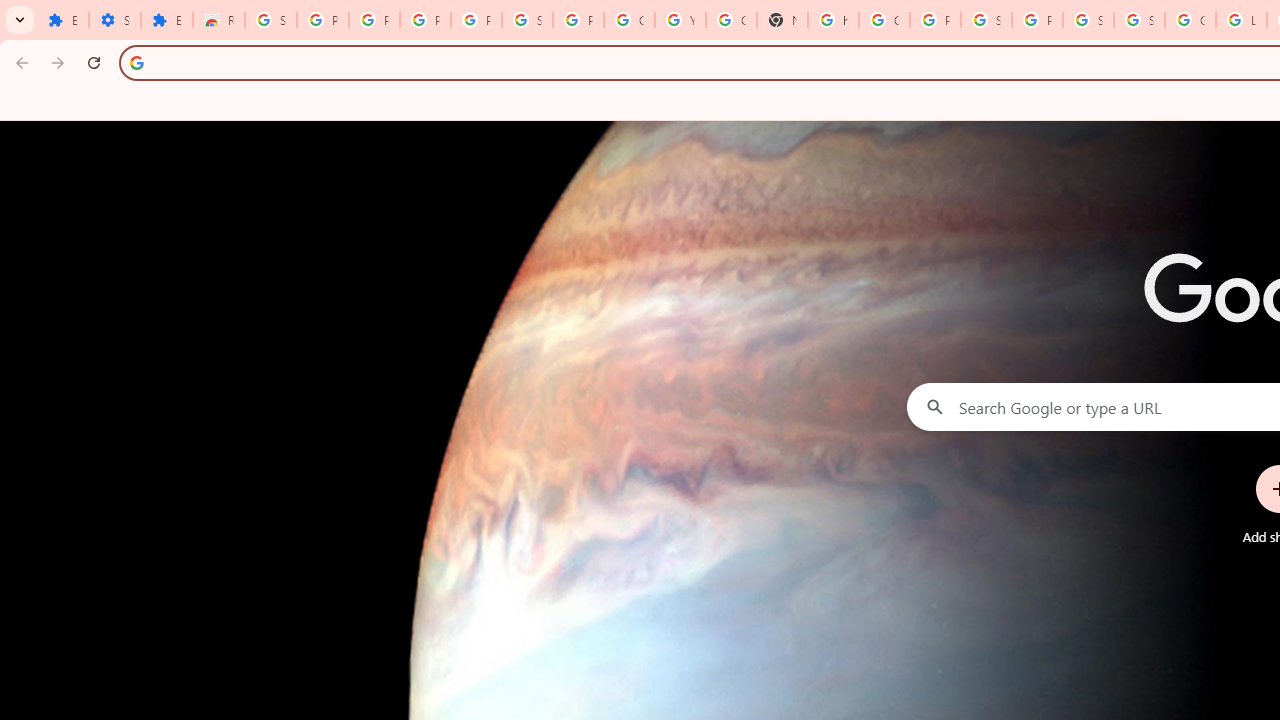 This screenshot has height=720, width=1280. Describe the element at coordinates (1139, 20) in the screenshot. I see `'Sign in - Google Accounts'` at that location.